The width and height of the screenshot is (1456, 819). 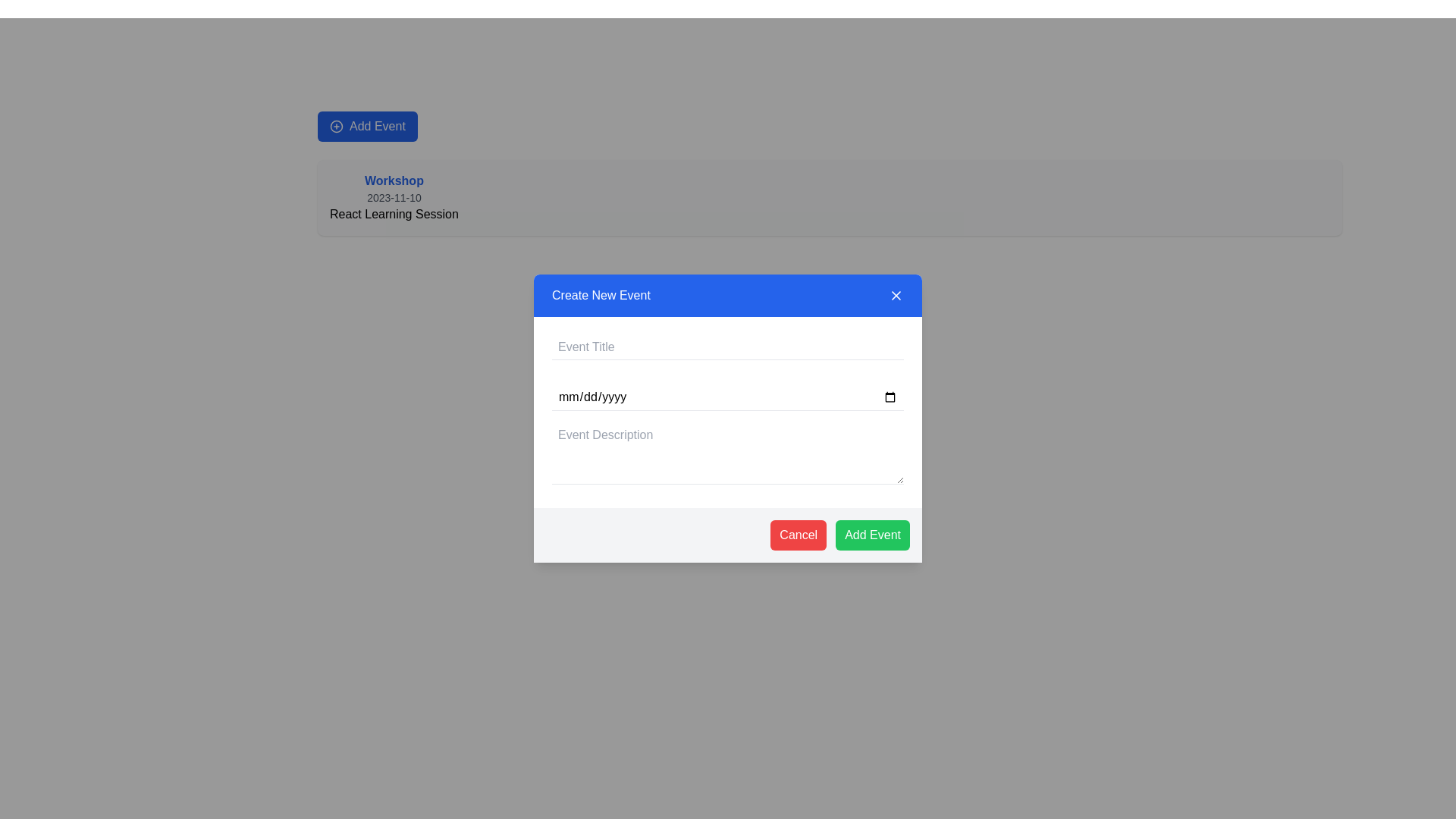 What do you see at coordinates (873, 534) in the screenshot?
I see `the 'Add Event' button, which is a rectangular button with a vibrant green background and white bold text, located towards the bottom right of the interface` at bounding box center [873, 534].